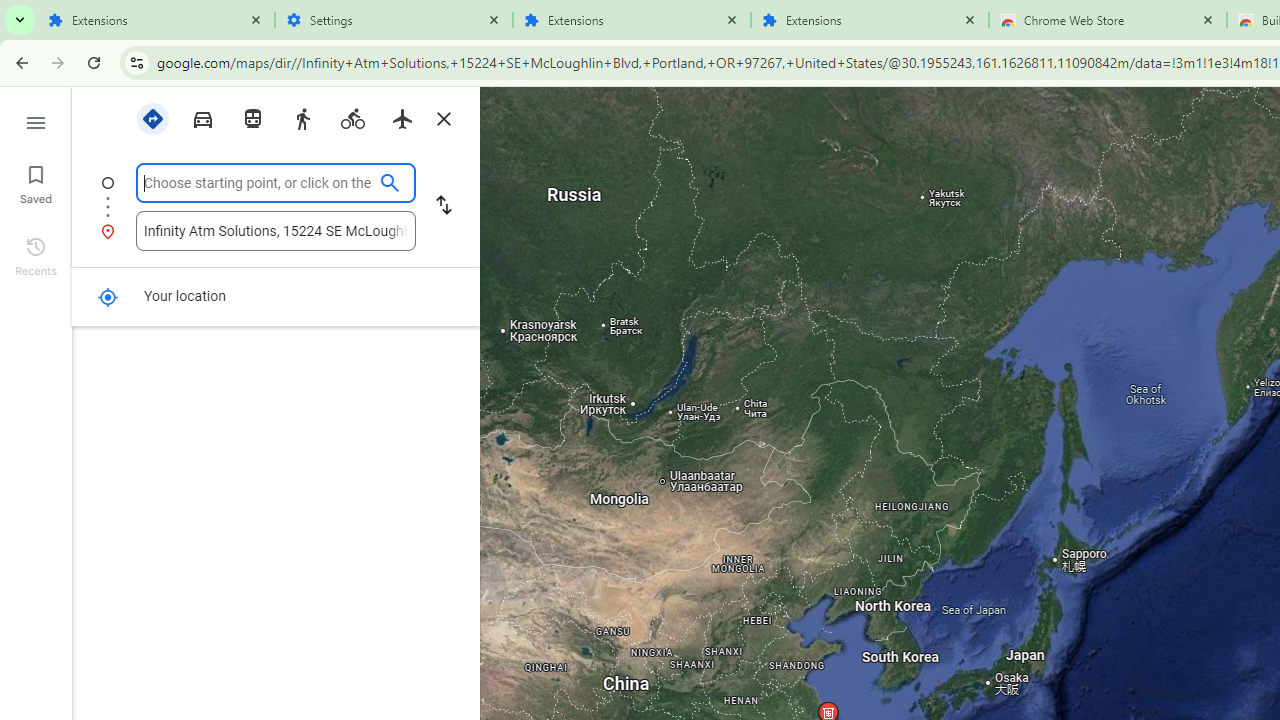 The height and width of the screenshot is (720, 1280). I want to click on 'Walking', so click(301, 117).